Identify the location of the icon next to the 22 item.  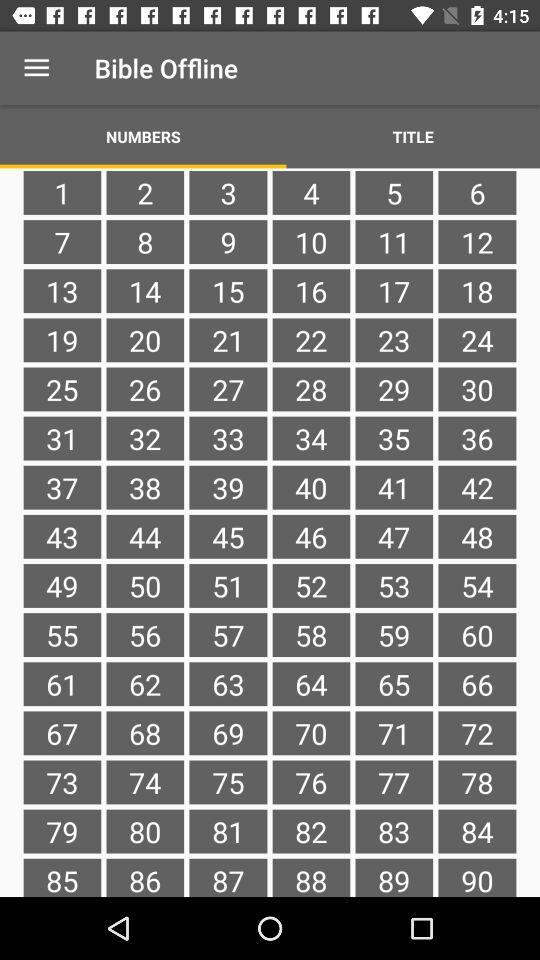
(227, 388).